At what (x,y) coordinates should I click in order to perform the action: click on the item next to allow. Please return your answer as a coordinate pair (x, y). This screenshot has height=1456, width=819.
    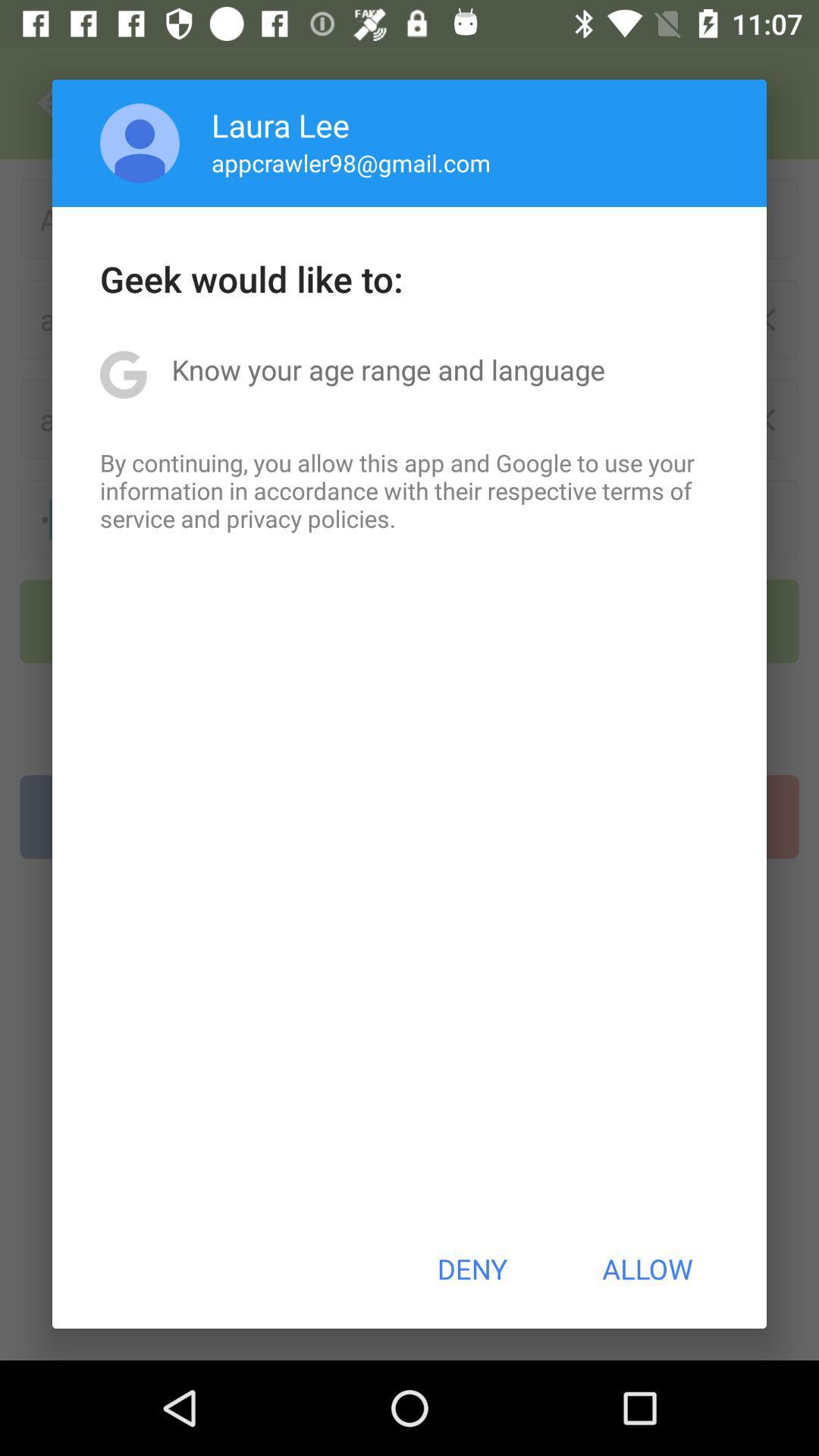
    Looking at the image, I should click on (471, 1269).